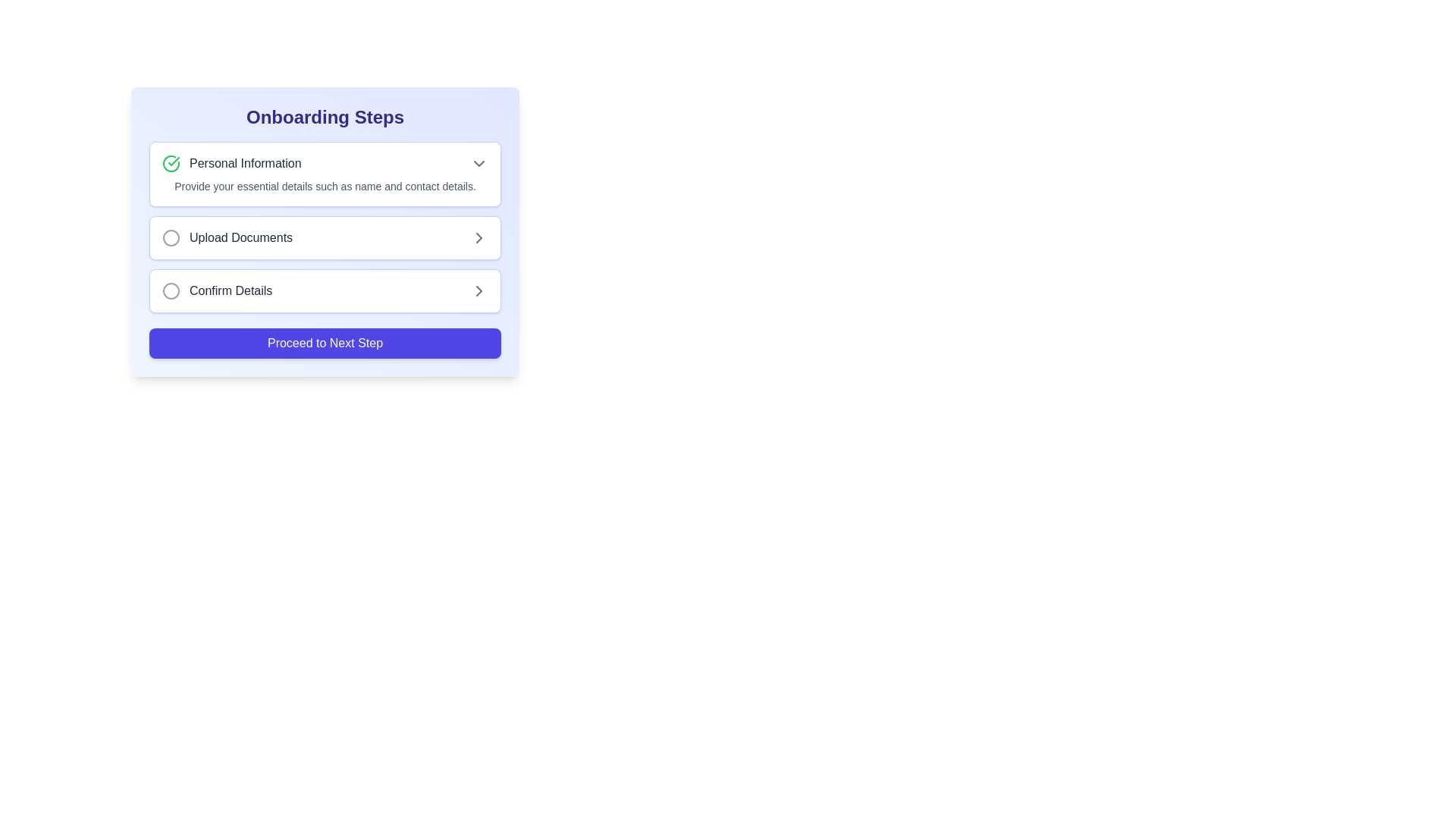  Describe the element at coordinates (231, 164) in the screenshot. I see `the 'Personal Information' section header, which is styled with a bold font and preceded by a green checkmark icon` at that location.